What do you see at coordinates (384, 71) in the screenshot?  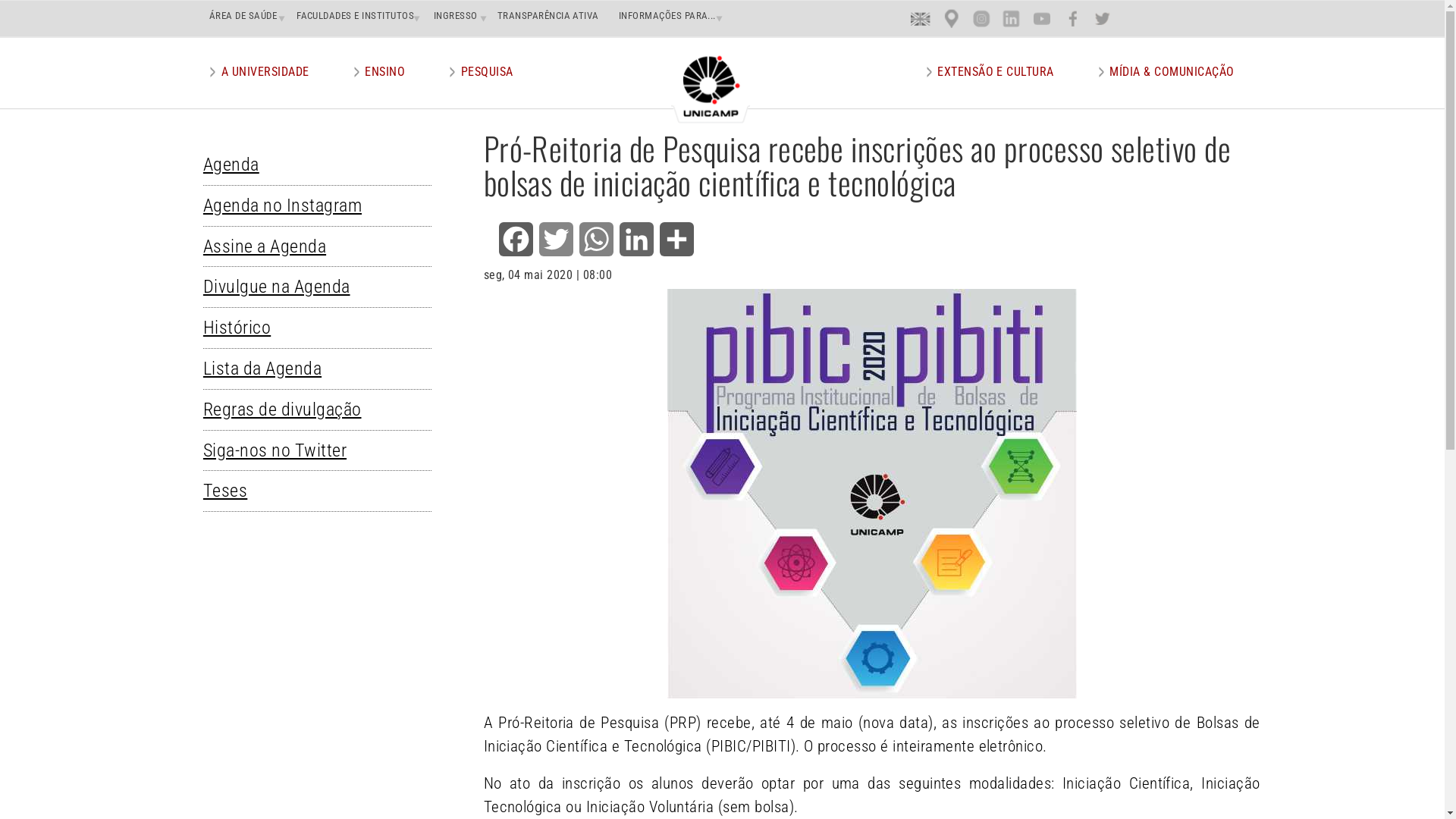 I see `'ENSINO'` at bounding box center [384, 71].